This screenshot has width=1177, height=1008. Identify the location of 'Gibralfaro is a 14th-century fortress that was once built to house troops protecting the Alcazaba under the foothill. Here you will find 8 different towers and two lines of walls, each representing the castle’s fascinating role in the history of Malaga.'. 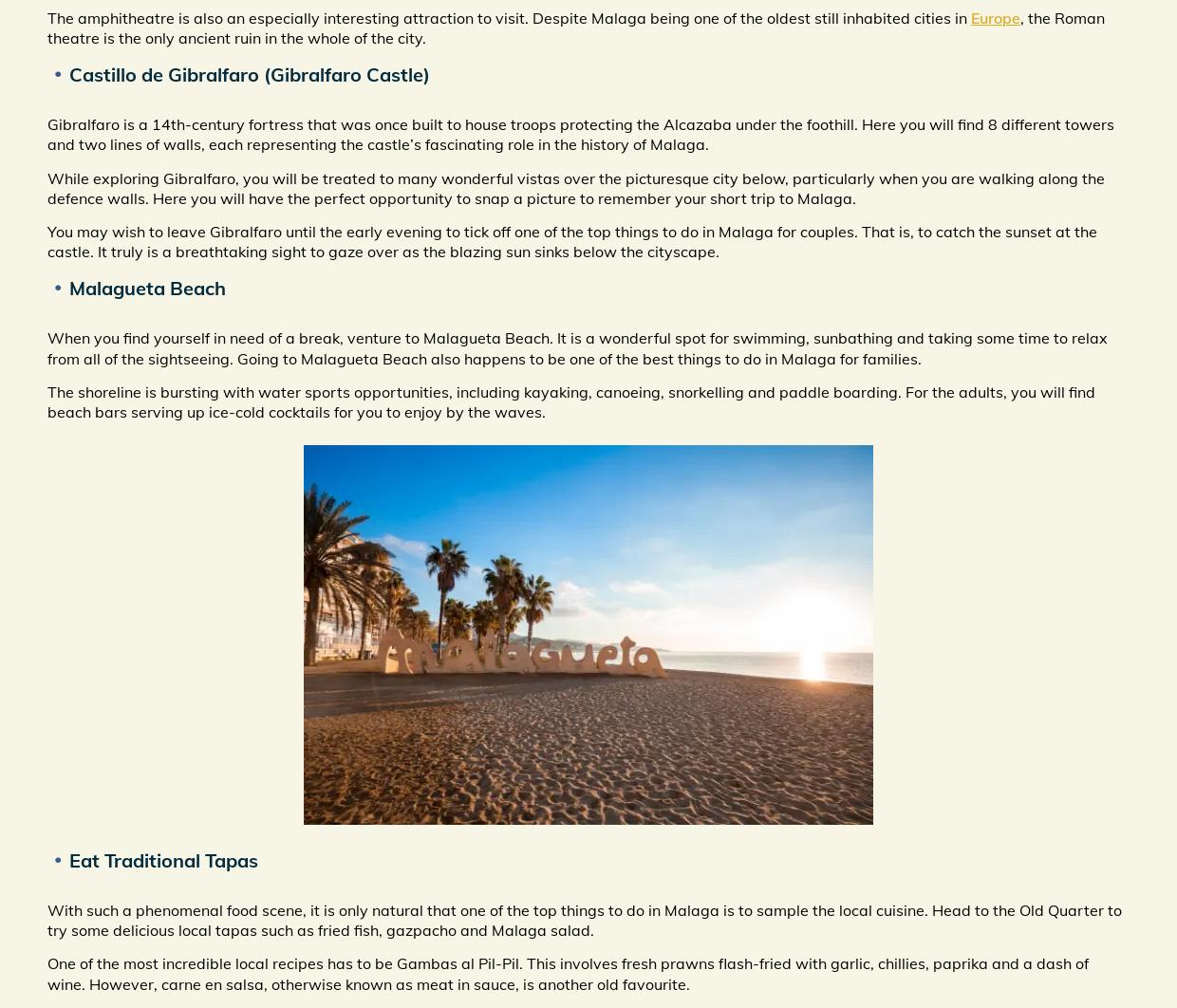
(580, 134).